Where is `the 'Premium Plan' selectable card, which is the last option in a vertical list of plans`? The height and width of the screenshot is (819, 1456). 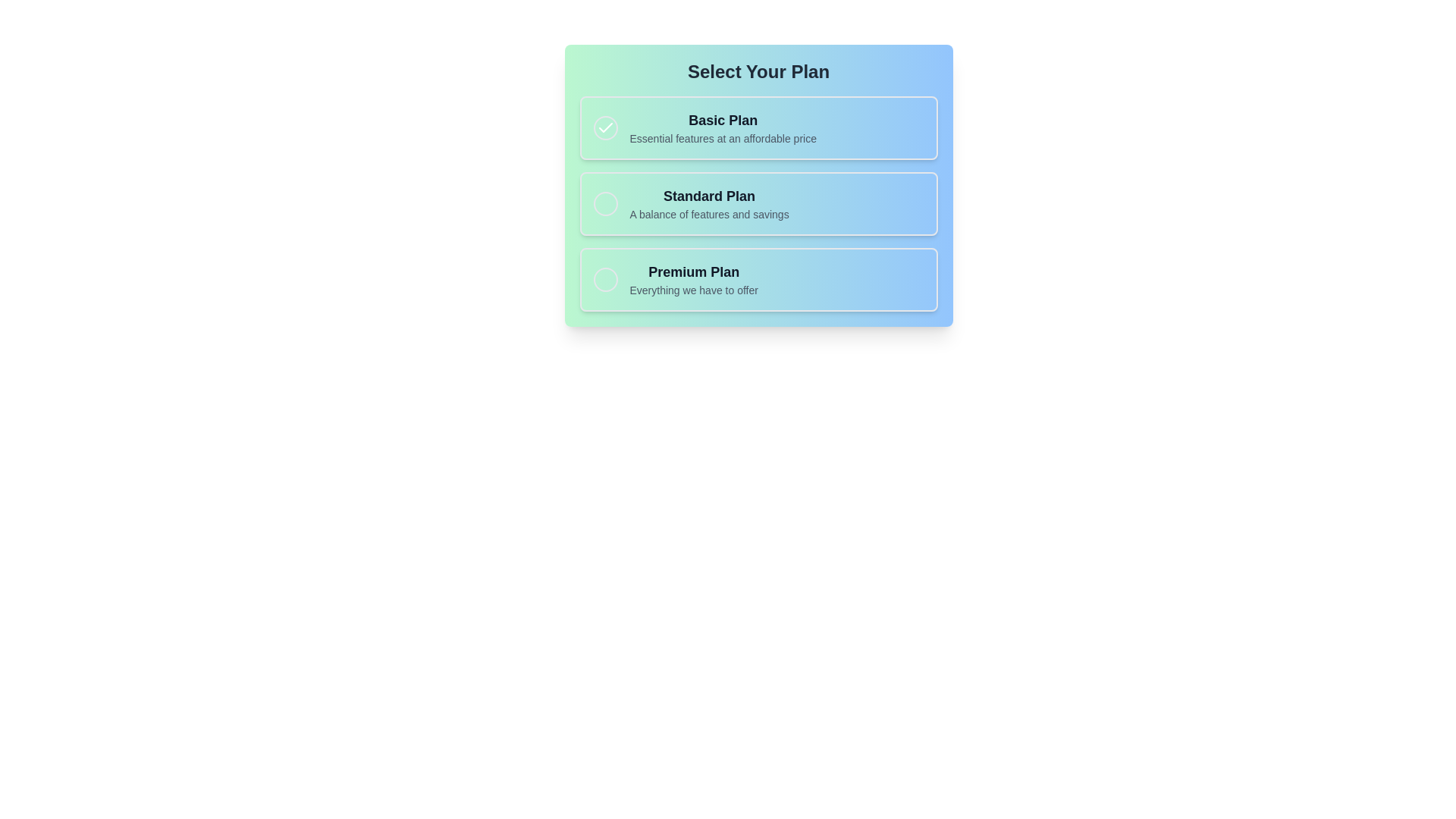 the 'Premium Plan' selectable card, which is the last option in a vertical list of plans is located at coordinates (758, 280).